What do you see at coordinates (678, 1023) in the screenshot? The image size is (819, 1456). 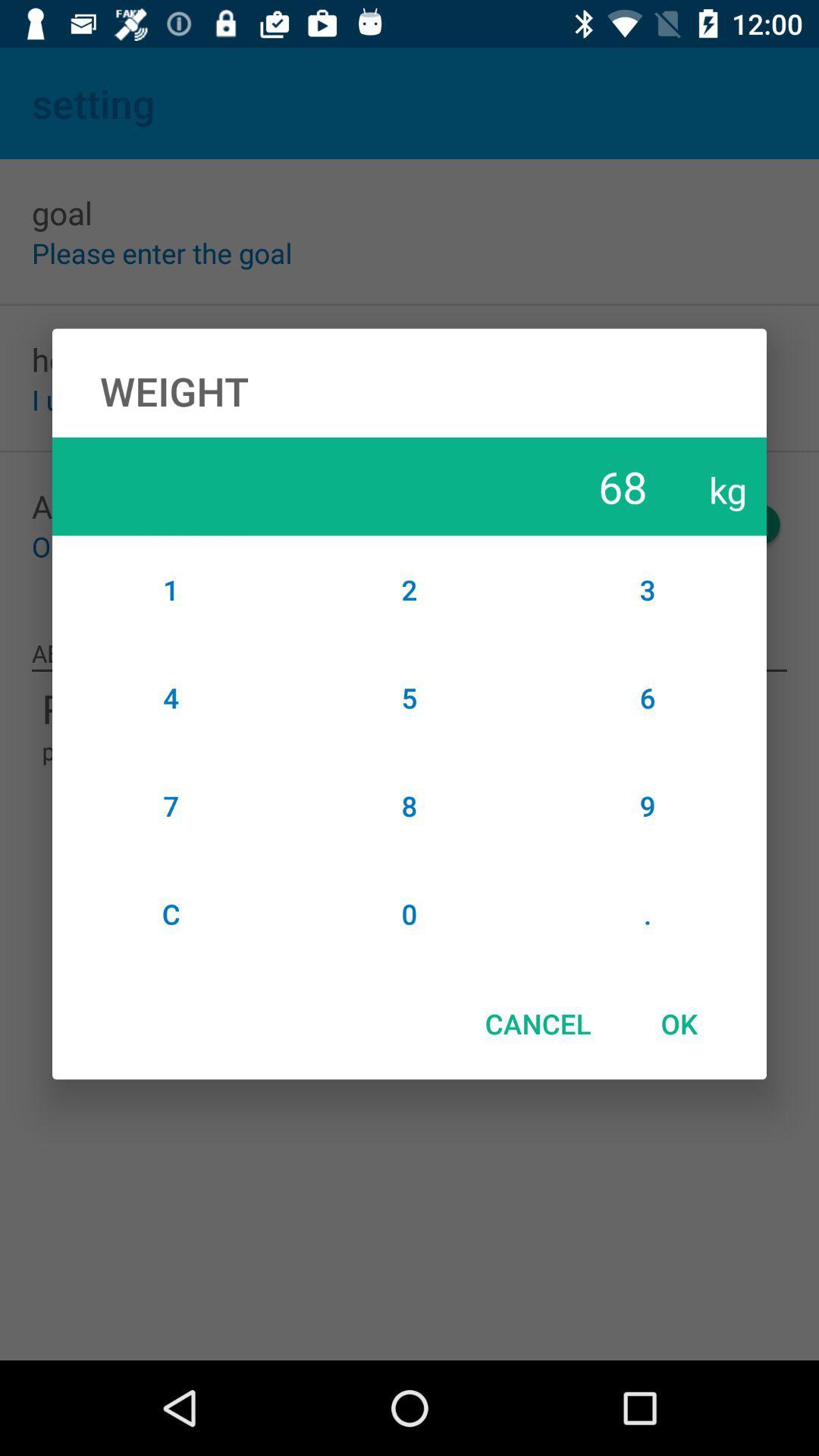 I see `icon to the right of cancel item` at bounding box center [678, 1023].